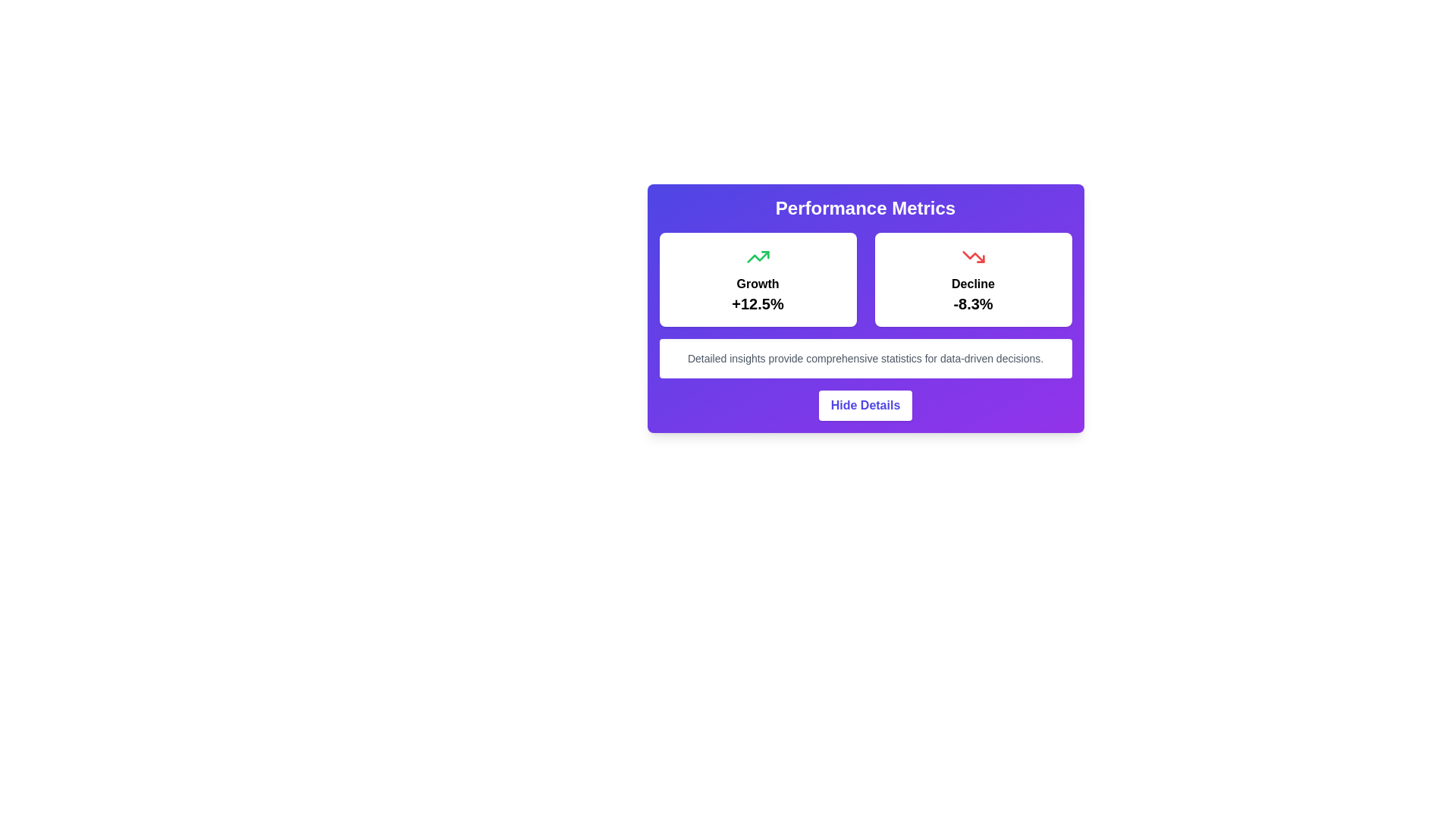  I want to click on the Statistical Card, which features a white background, rounded corners, and contains the text 'Growth' and the percentage '+12.5%' with a green upward trending icon at the top center, so click(758, 280).